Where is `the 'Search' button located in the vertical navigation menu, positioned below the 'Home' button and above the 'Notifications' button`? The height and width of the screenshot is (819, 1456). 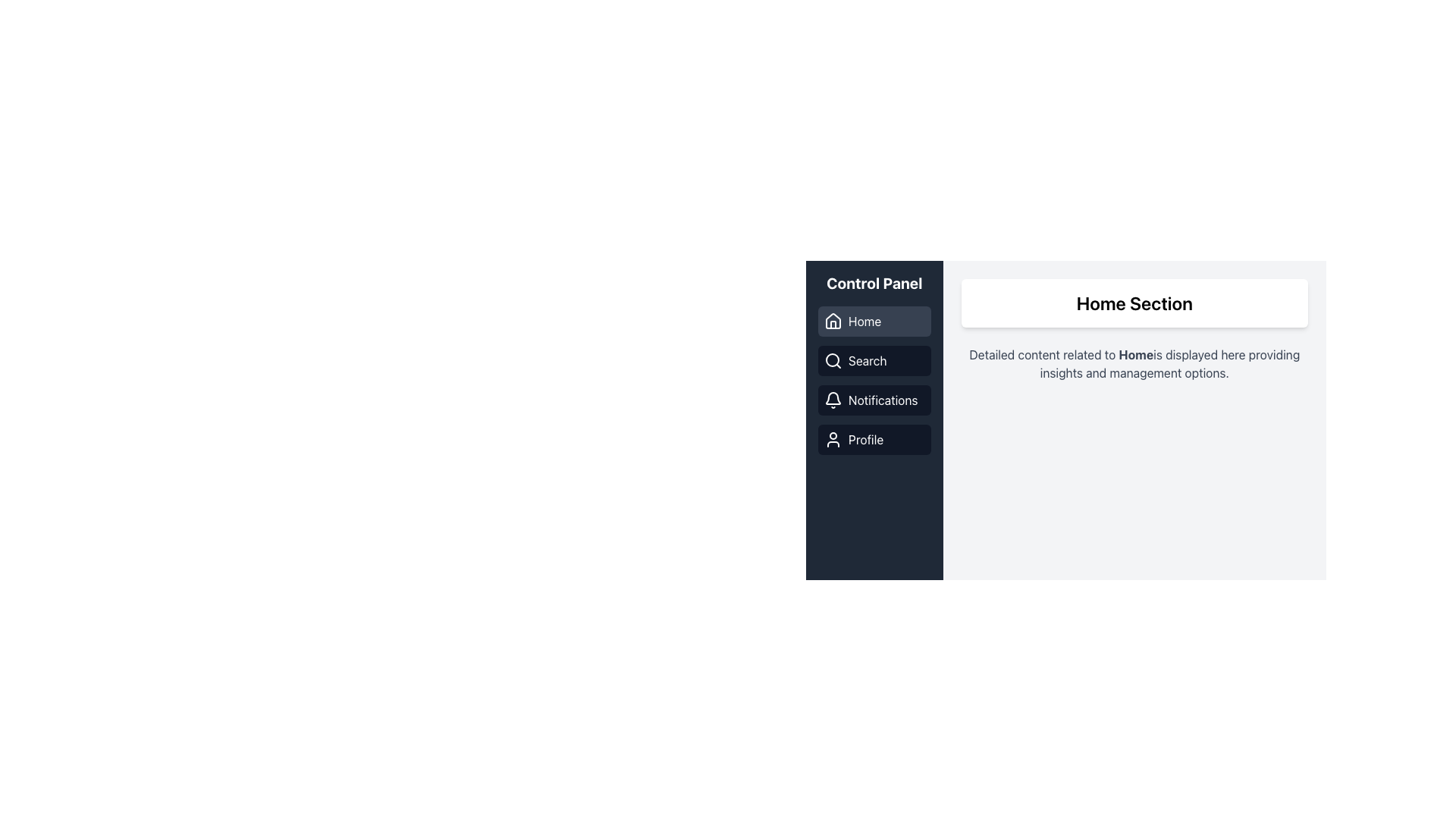 the 'Search' button located in the vertical navigation menu, positioned below the 'Home' button and above the 'Notifications' button is located at coordinates (874, 360).